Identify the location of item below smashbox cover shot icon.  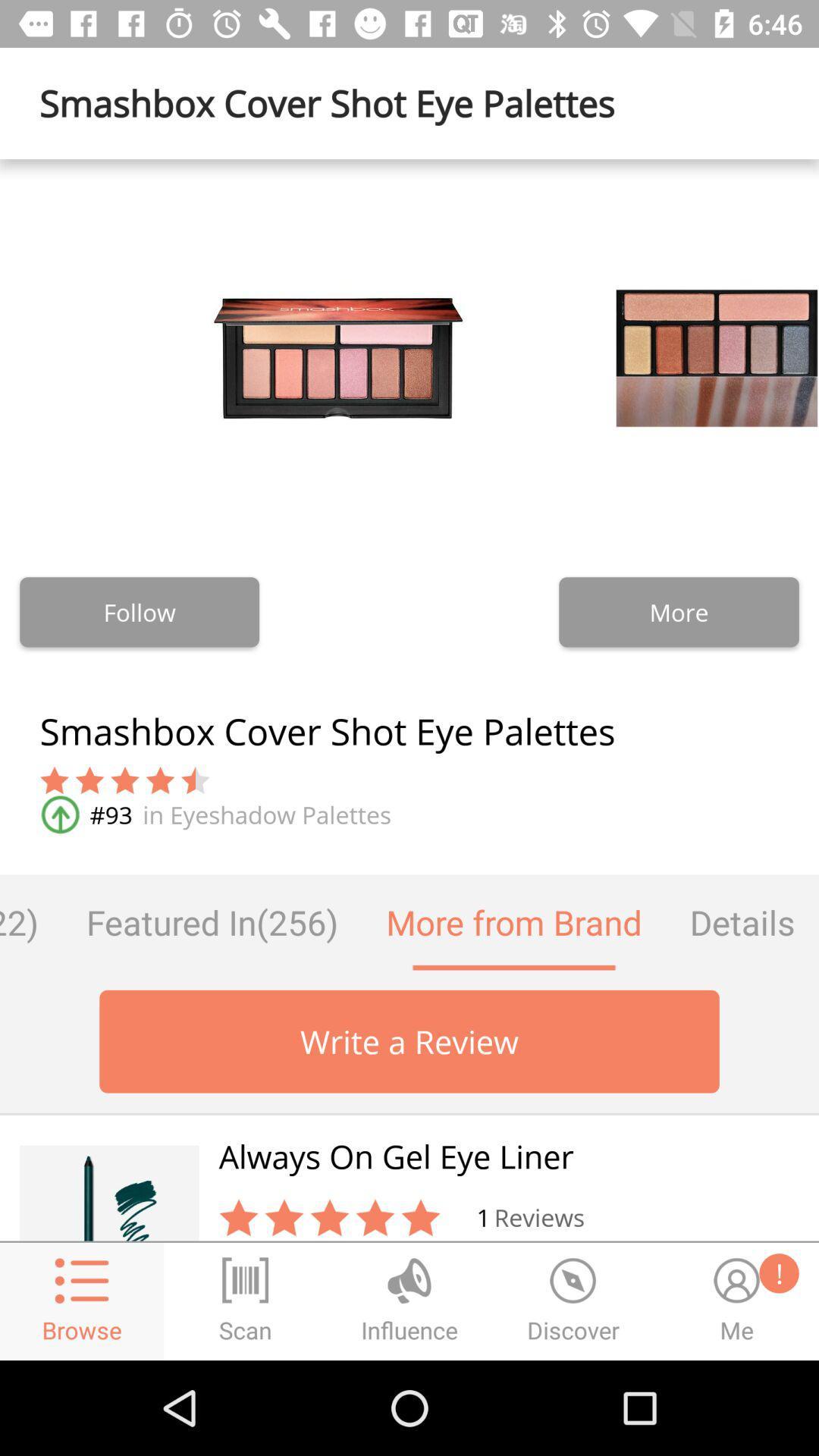
(742, 921).